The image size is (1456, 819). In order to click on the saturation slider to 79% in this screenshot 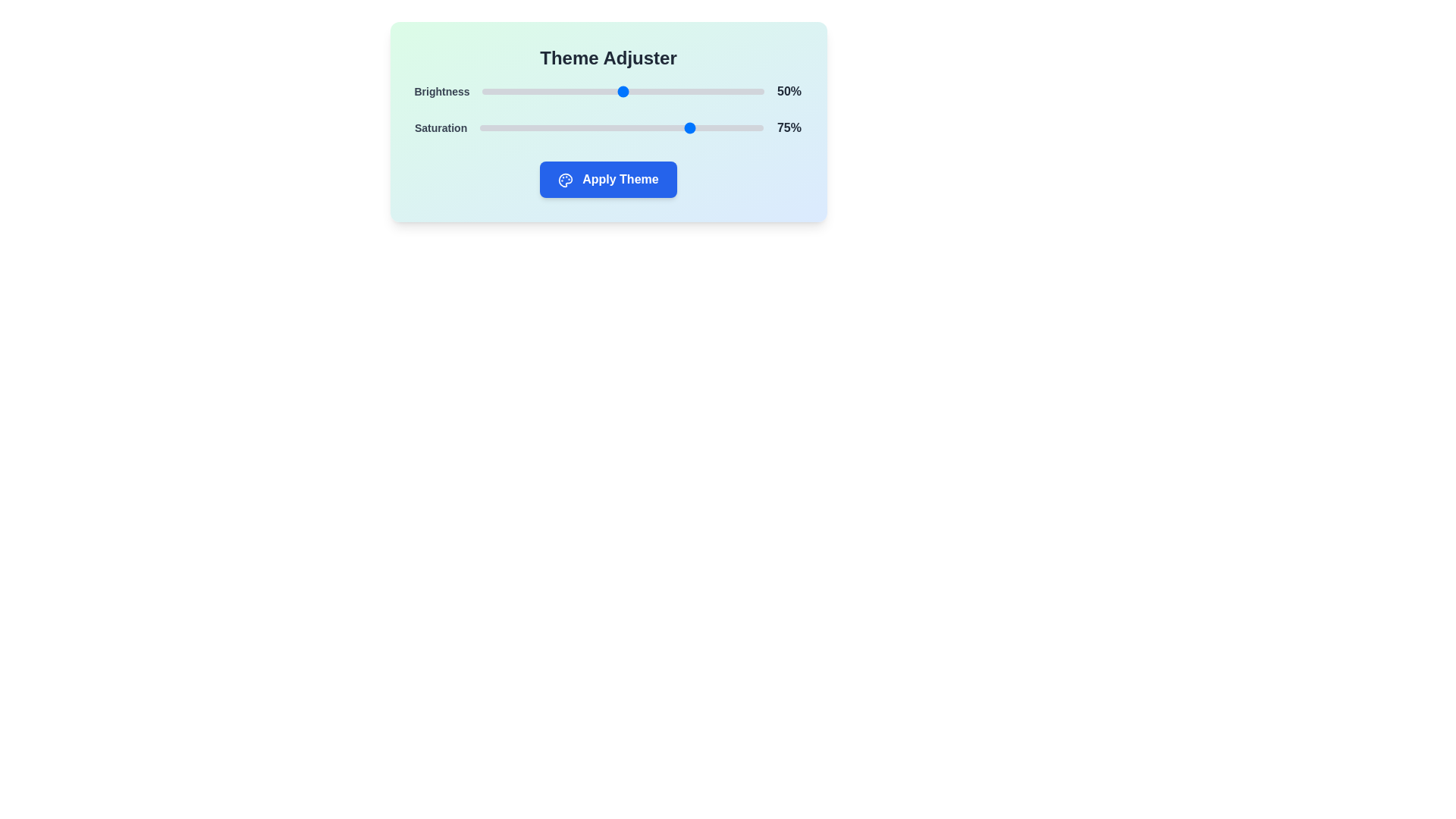, I will do `click(703, 127)`.